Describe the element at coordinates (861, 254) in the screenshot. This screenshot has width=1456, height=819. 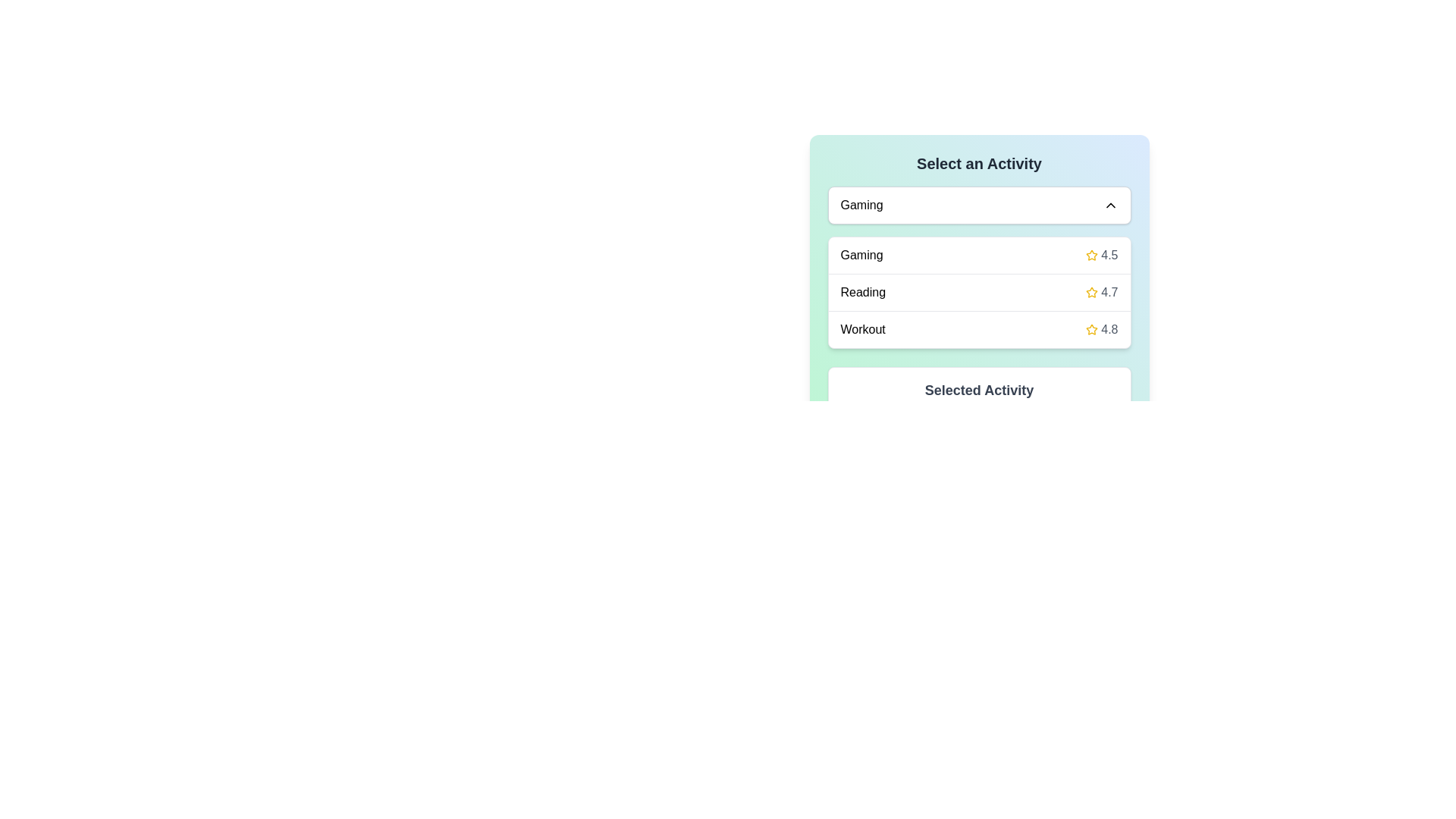
I see `the selectable option labeled 'Gaming' in the activity-selection interface` at that location.